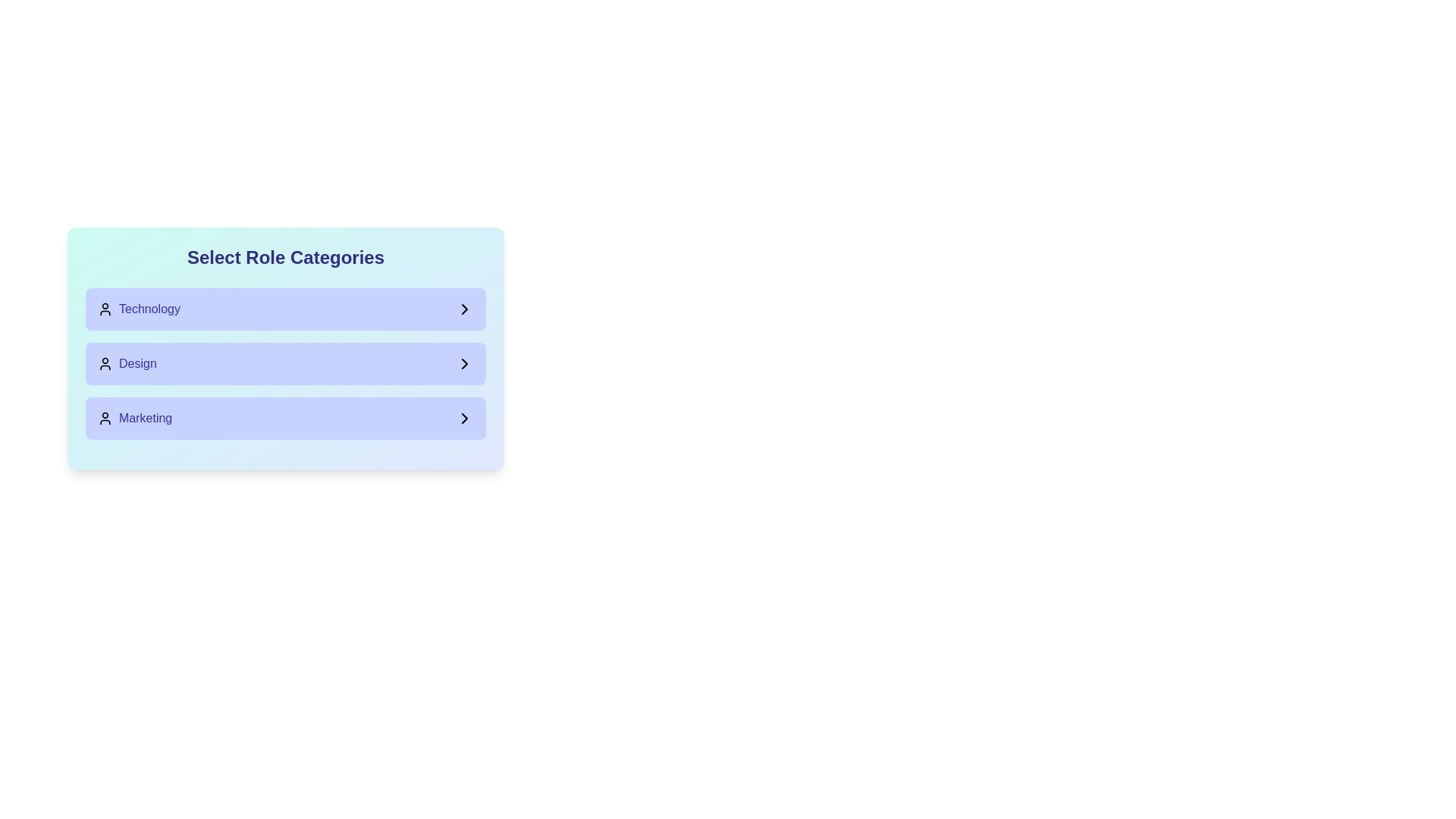 The image size is (1456, 819). Describe the element at coordinates (464, 363) in the screenshot. I see `the chevron icon located at the far-right end of the 'Design' list item row under the 'Select Role Categories' section to proceed to a new page or view` at that location.